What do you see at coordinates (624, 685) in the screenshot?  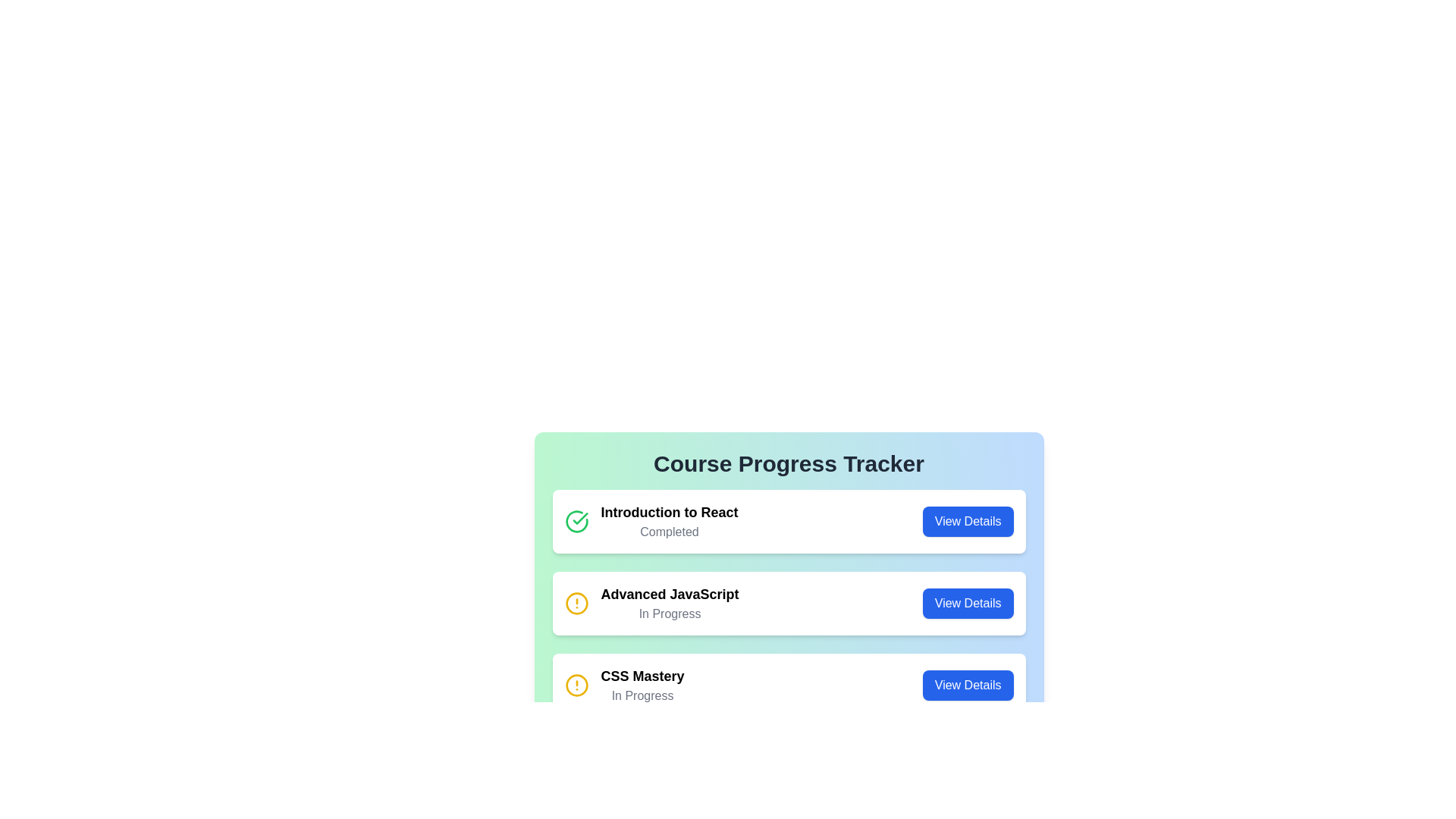 I see `status information of the 'CSS Mastery' course progress display, located in the third card of the vertically stacked elements` at bounding box center [624, 685].